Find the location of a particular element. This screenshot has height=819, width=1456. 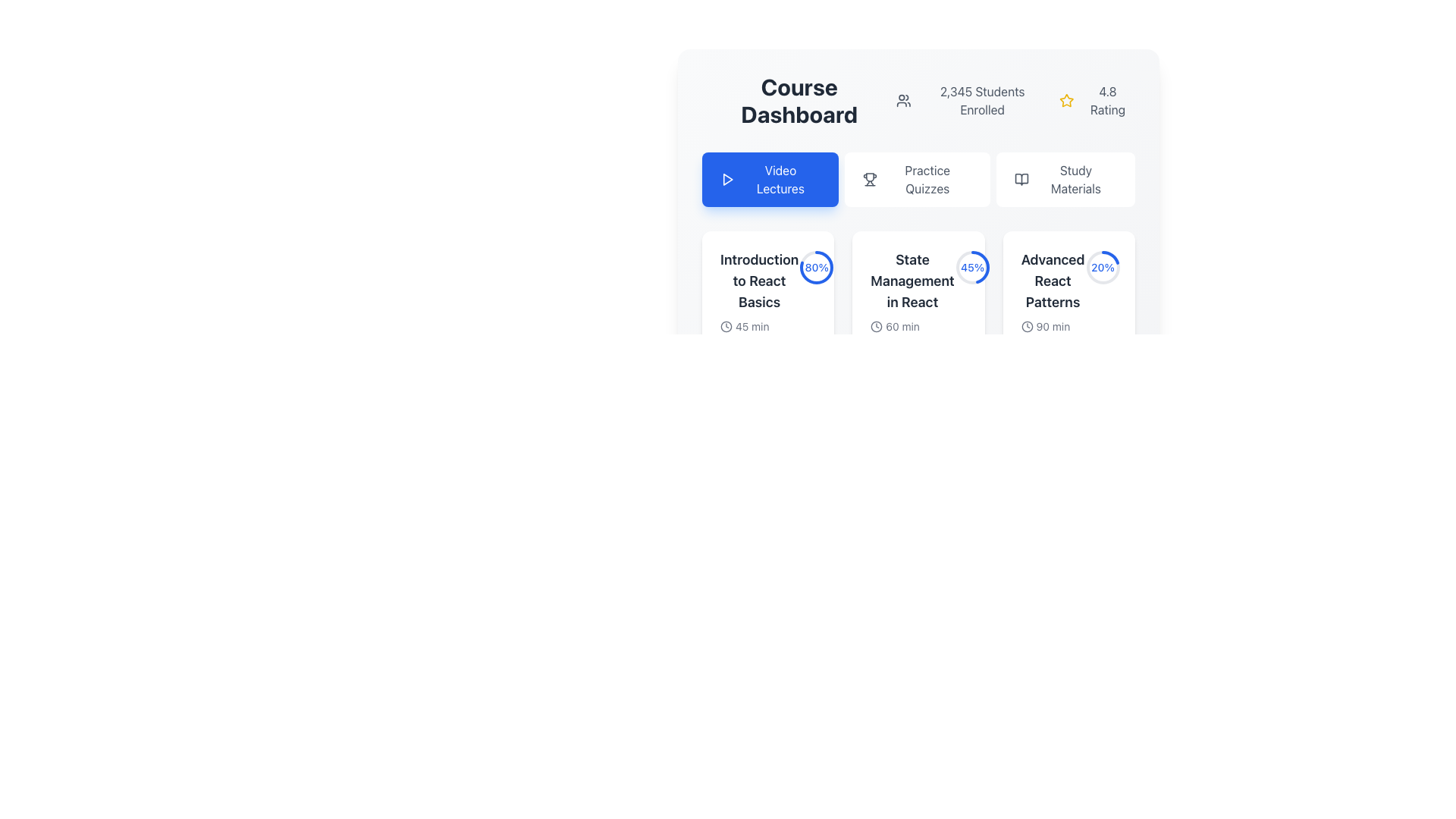

the course information text block titled 'Advanced React Patterns' is located at coordinates (1068, 309).